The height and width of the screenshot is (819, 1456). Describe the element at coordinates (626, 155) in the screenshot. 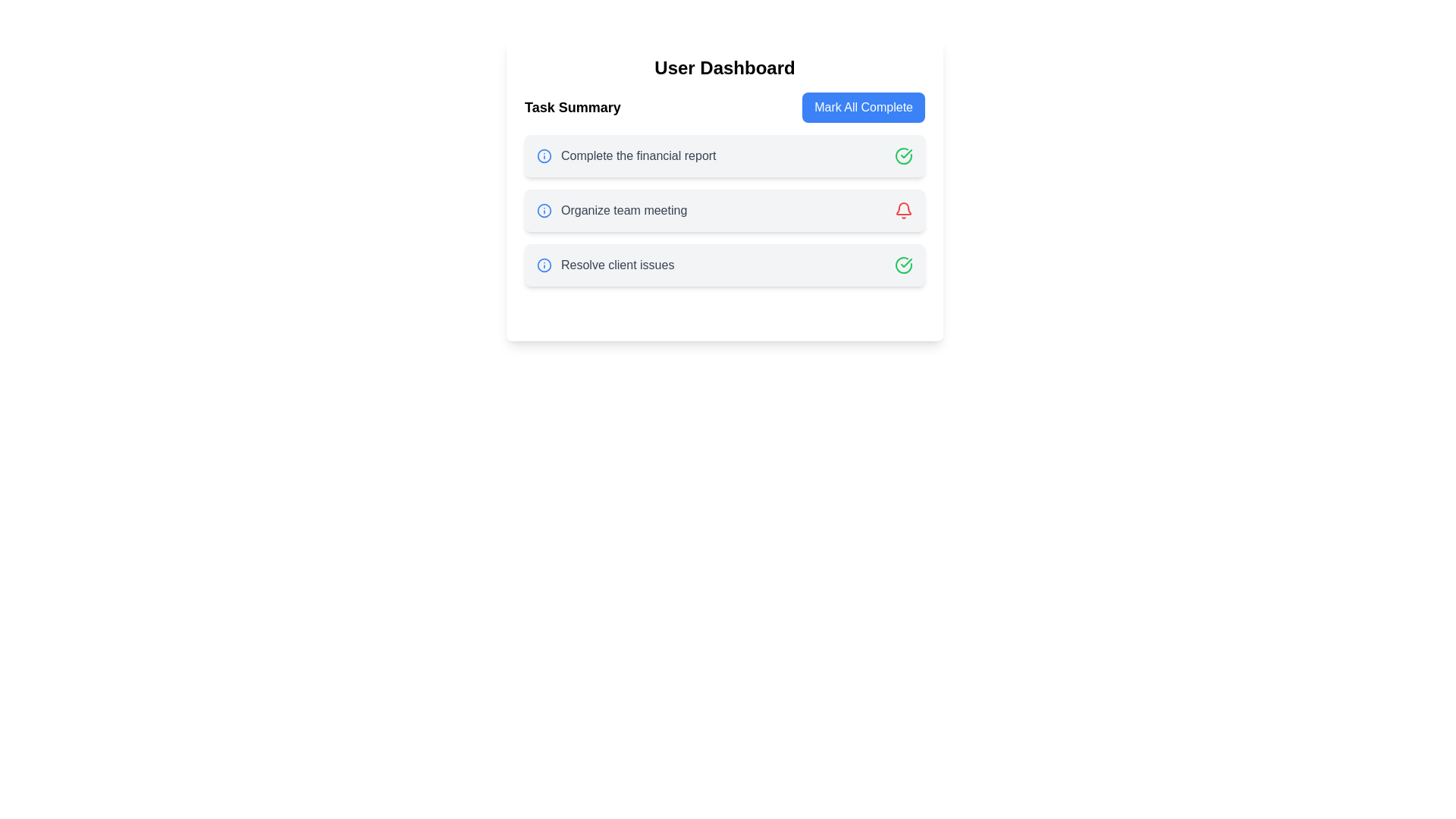

I see `text content of the first task item in the 'Task Summary' section, which is accompanied by a blue information icon on the left and a green checkmark icon on the right` at that location.